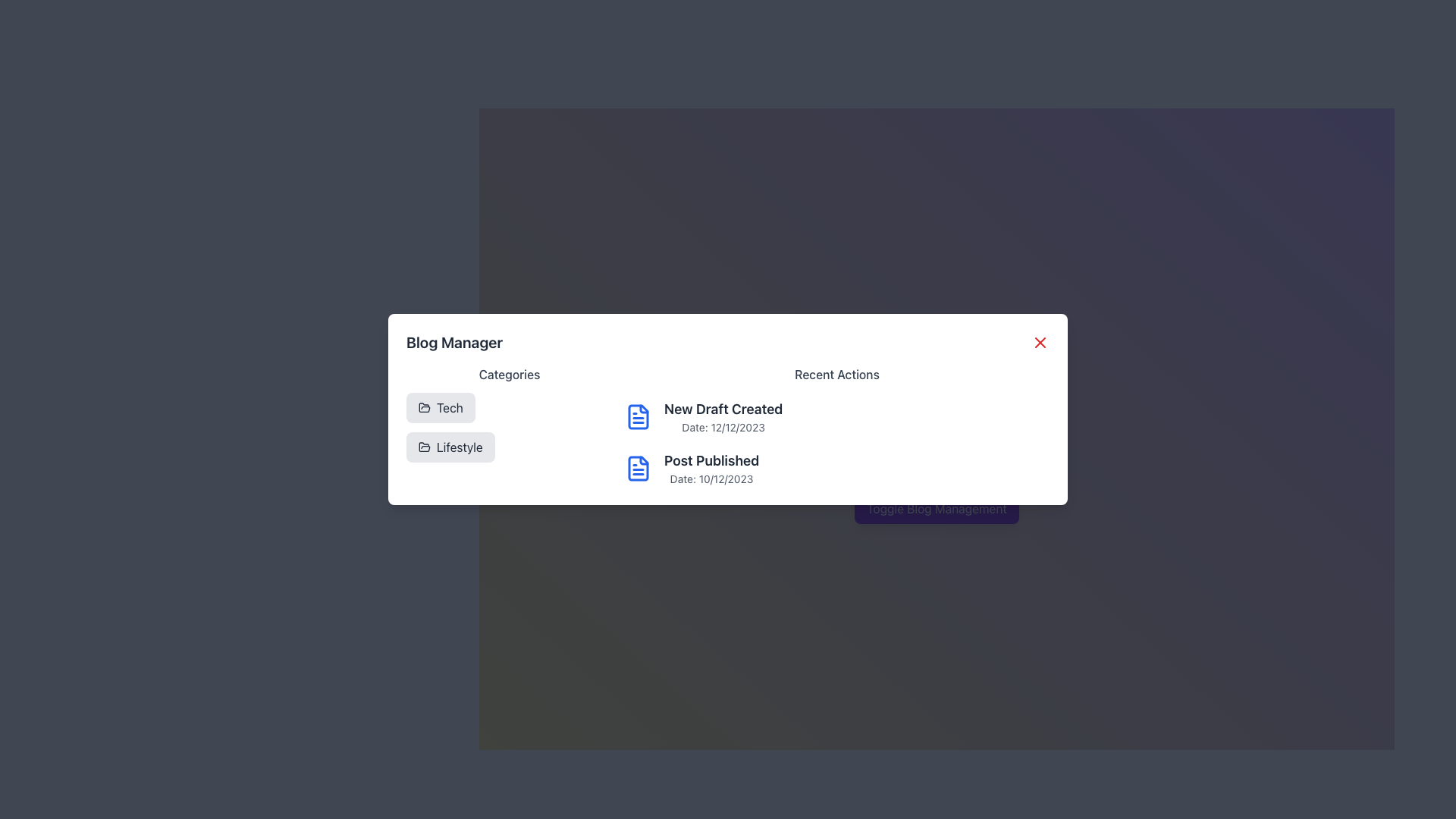 This screenshot has height=819, width=1456. Describe the element at coordinates (711, 460) in the screenshot. I see `bold text label that states 'Post Published', prominently displayed in dark gray within the right-hand column under 'Recent Actions'` at that location.